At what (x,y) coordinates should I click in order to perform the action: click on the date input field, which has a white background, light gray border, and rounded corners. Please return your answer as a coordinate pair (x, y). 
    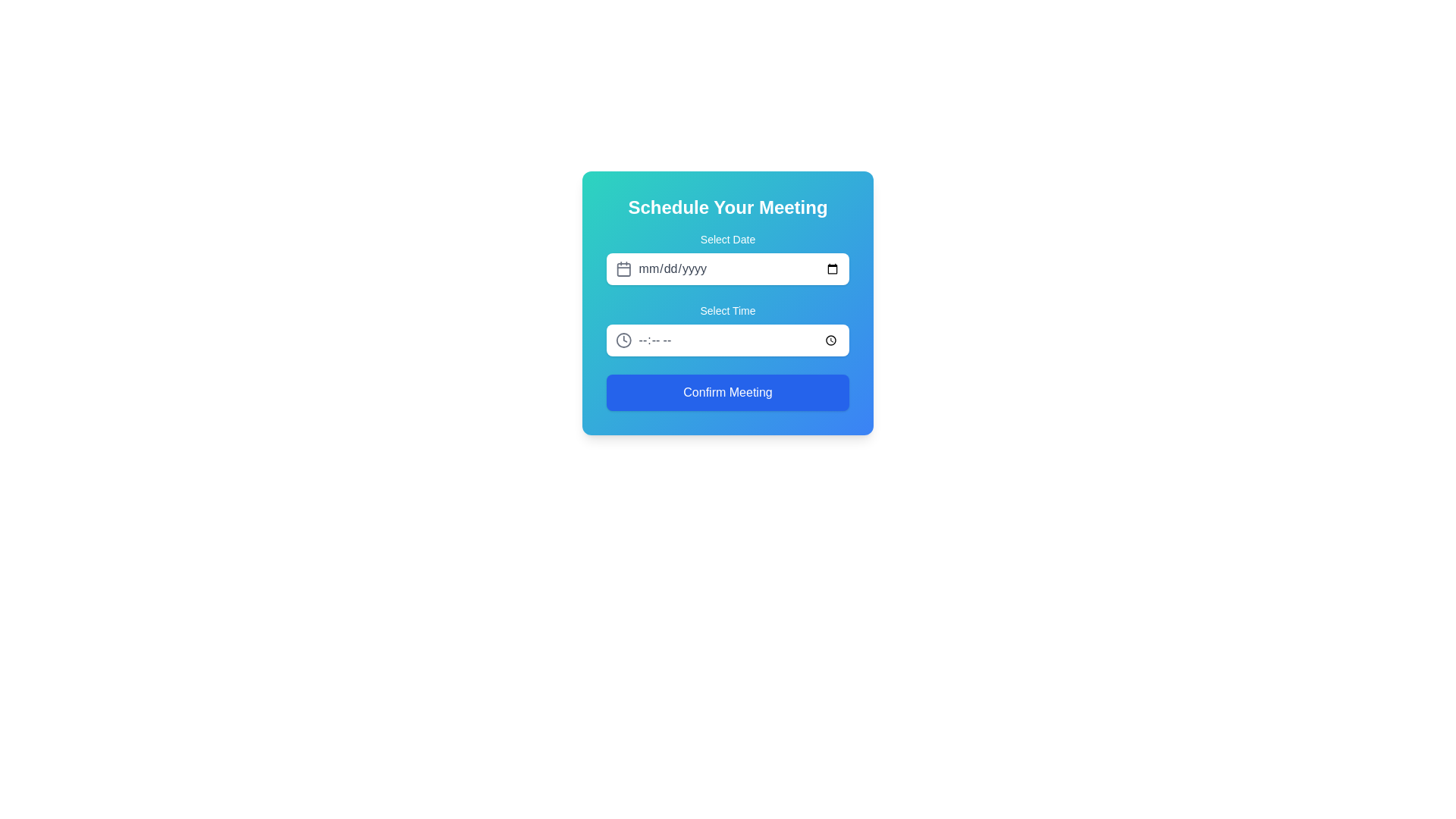
    Looking at the image, I should click on (739, 268).